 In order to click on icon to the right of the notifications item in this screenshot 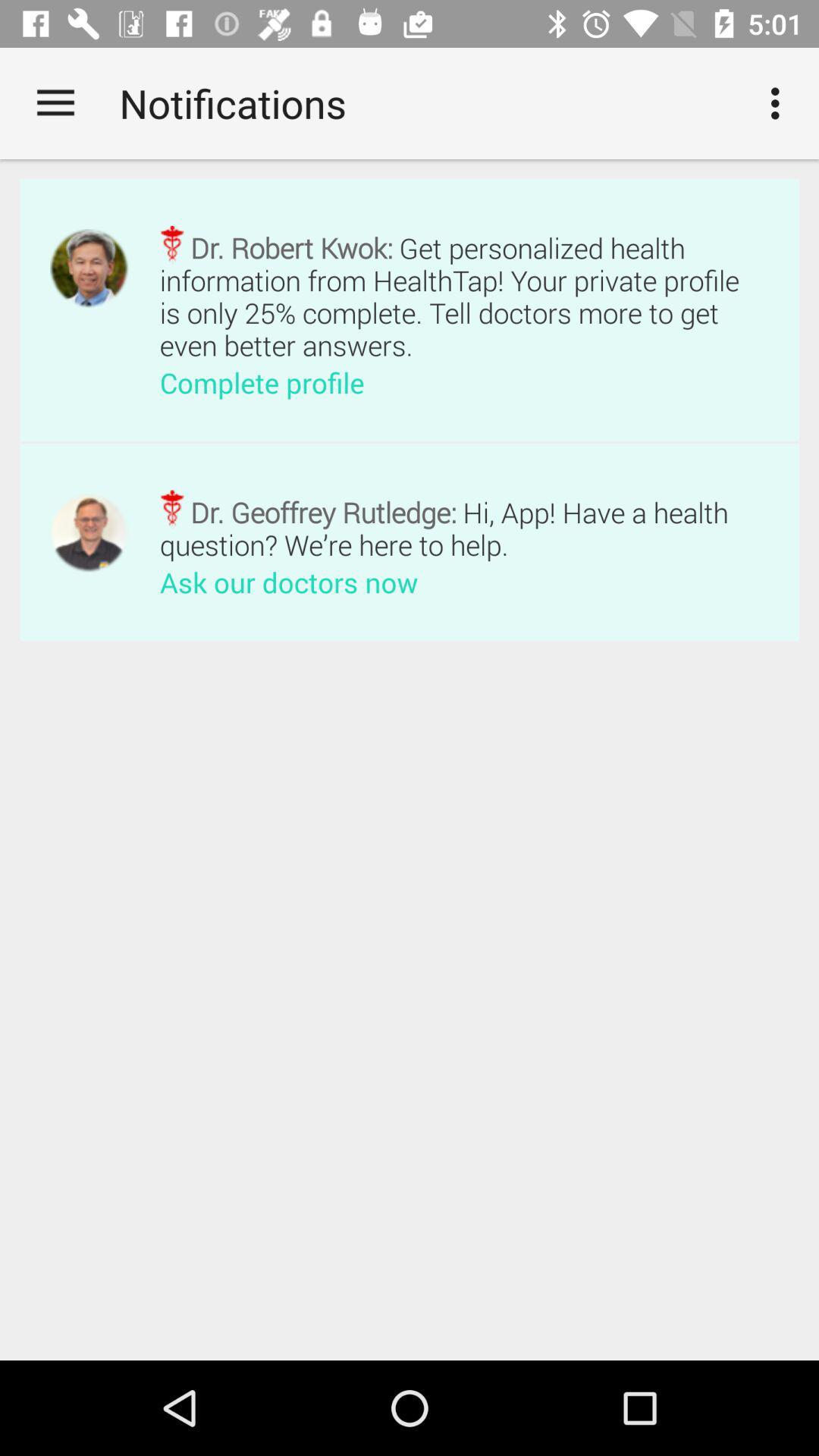, I will do `click(779, 102)`.